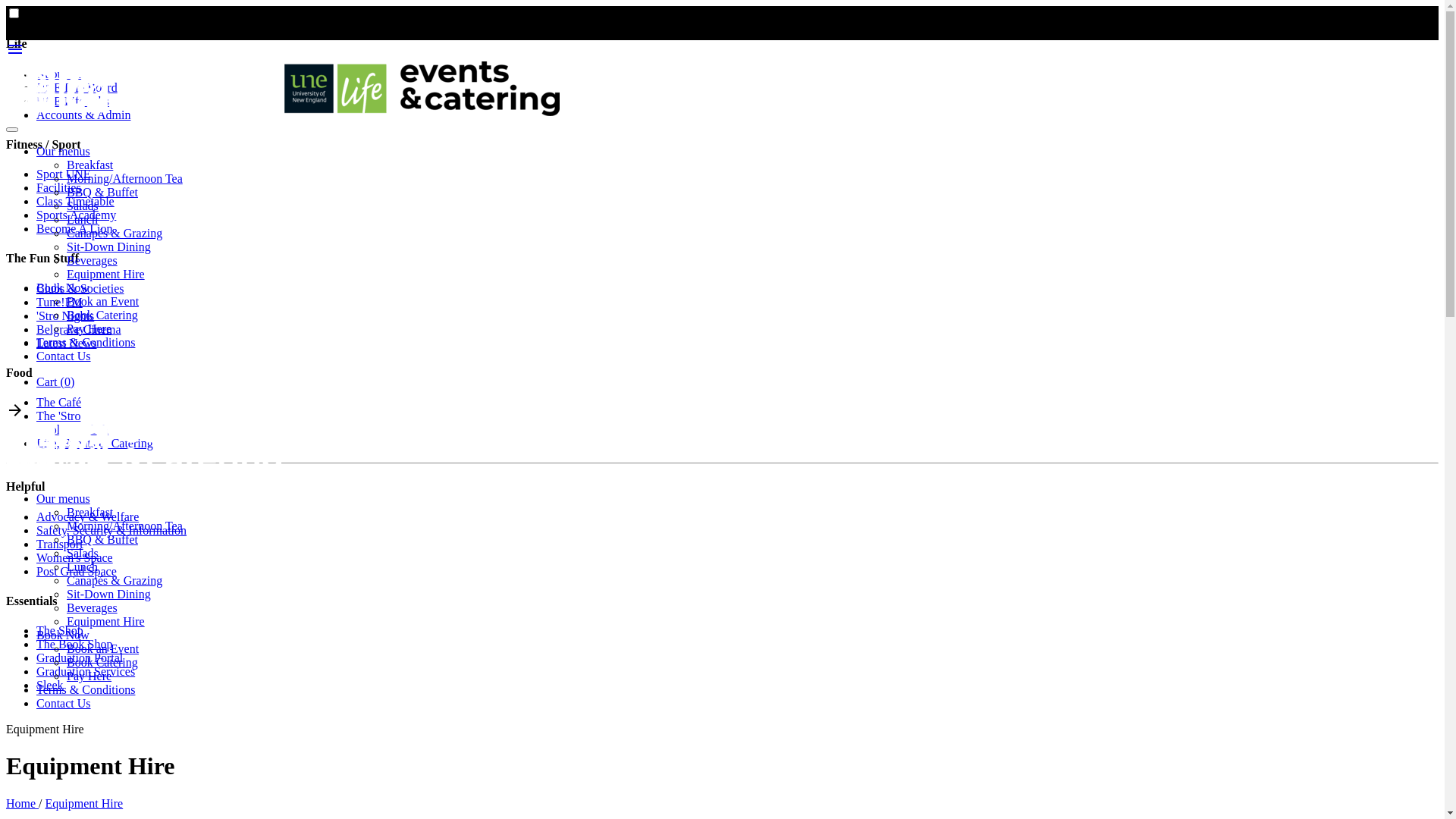 This screenshot has height=819, width=1456. I want to click on 'Beverages', so click(91, 607).